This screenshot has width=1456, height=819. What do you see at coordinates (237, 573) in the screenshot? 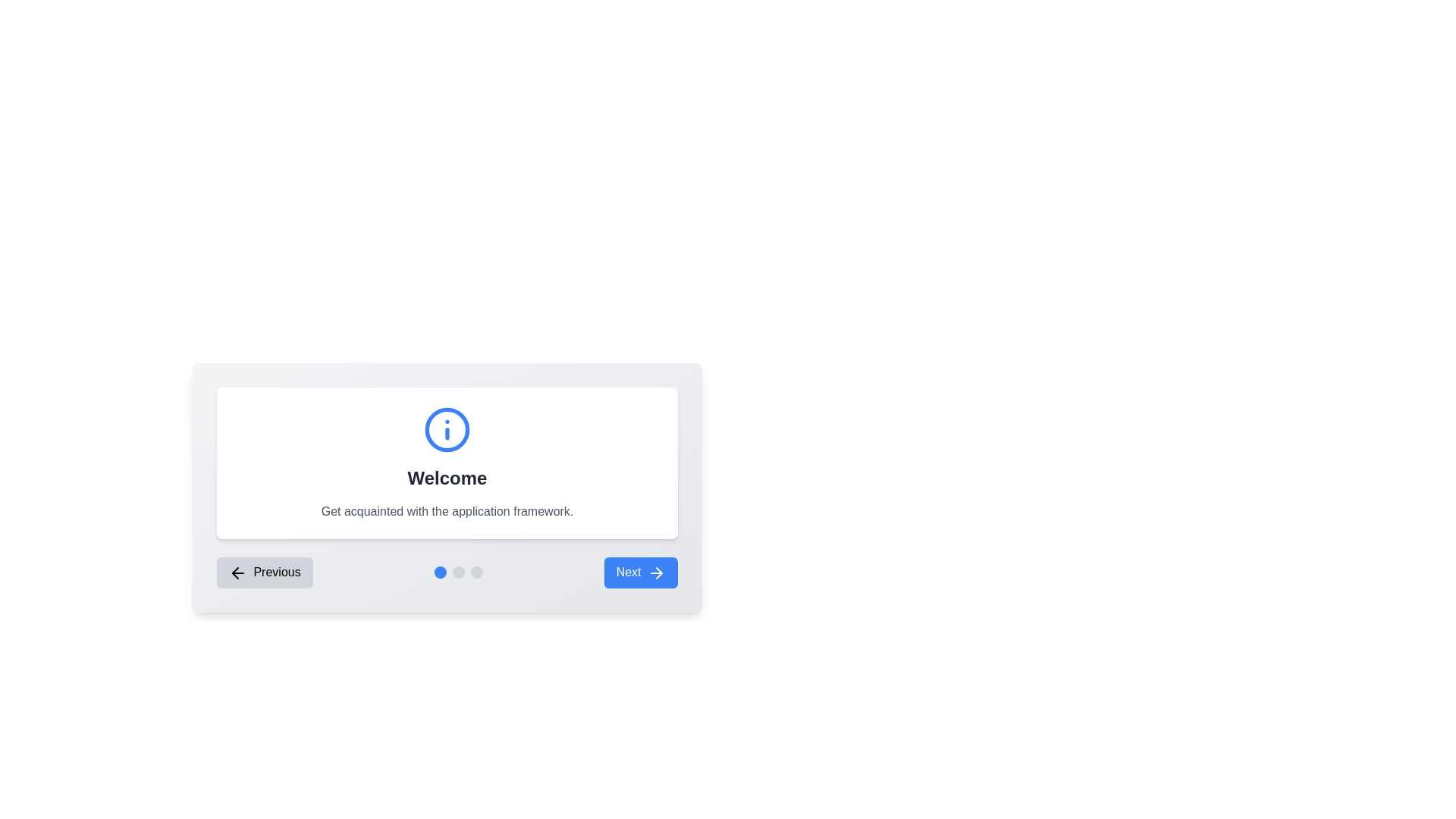
I see `the navigation icon located within the 'Previous' button at the bottom-left corner of the dialog box` at bounding box center [237, 573].